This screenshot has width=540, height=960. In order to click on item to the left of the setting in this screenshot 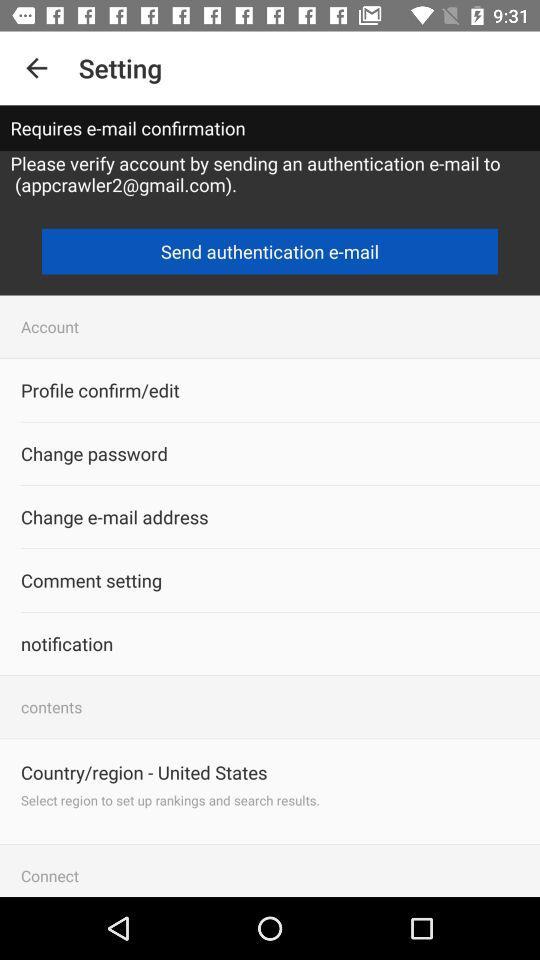, I will do `click(36, 68)`.